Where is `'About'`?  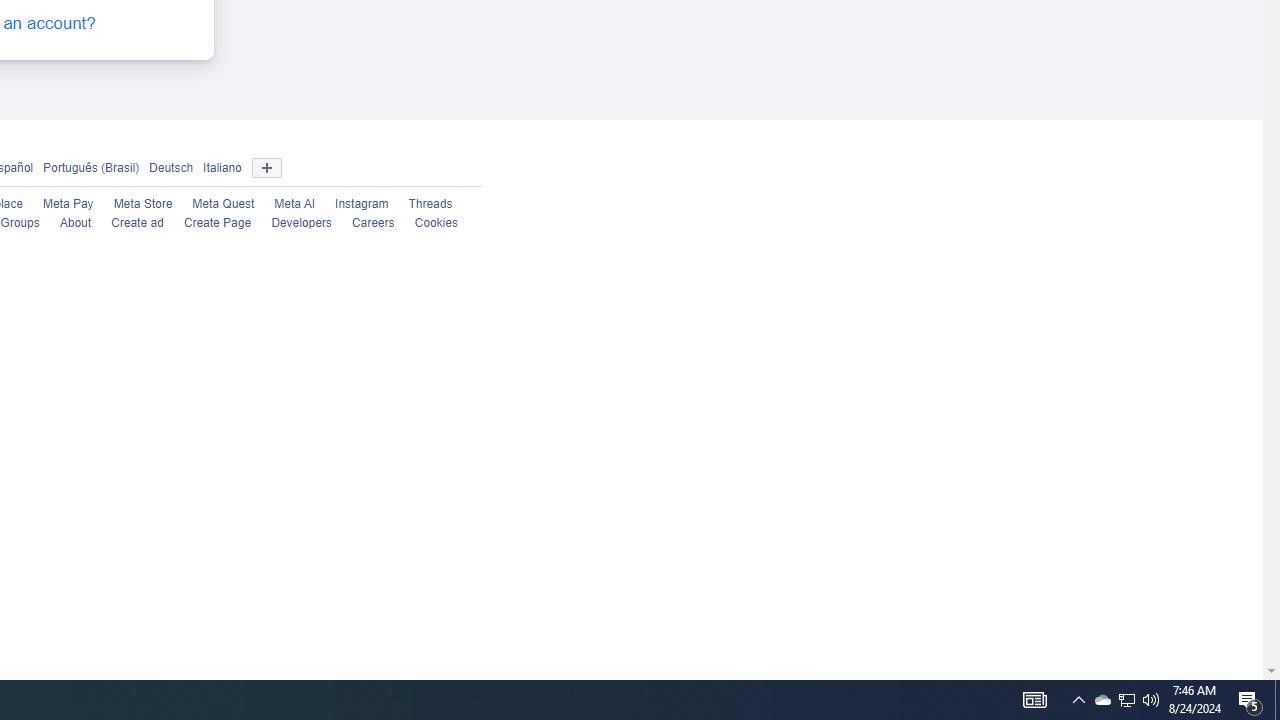
'About' is located at coordinates (75, 223).